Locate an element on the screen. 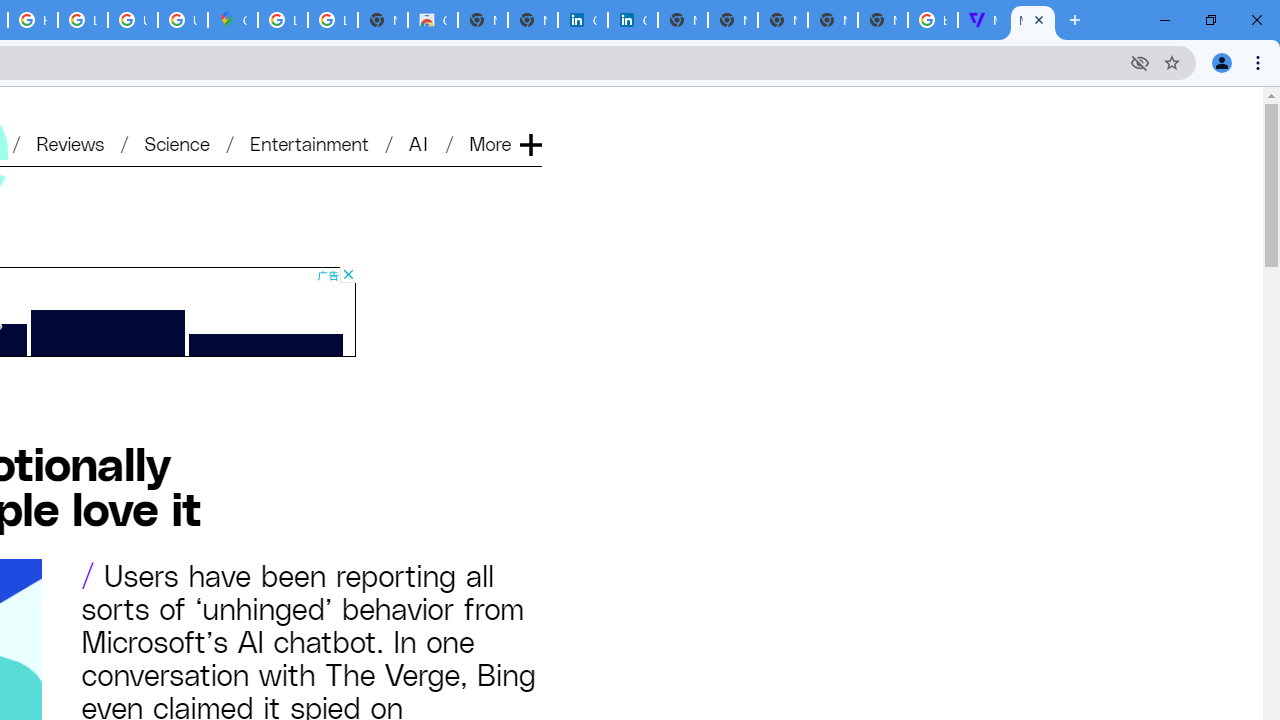 The image size is (1280, 720). 'Cookie Policy | LinkedIn' is located at coordinates (631, 20).